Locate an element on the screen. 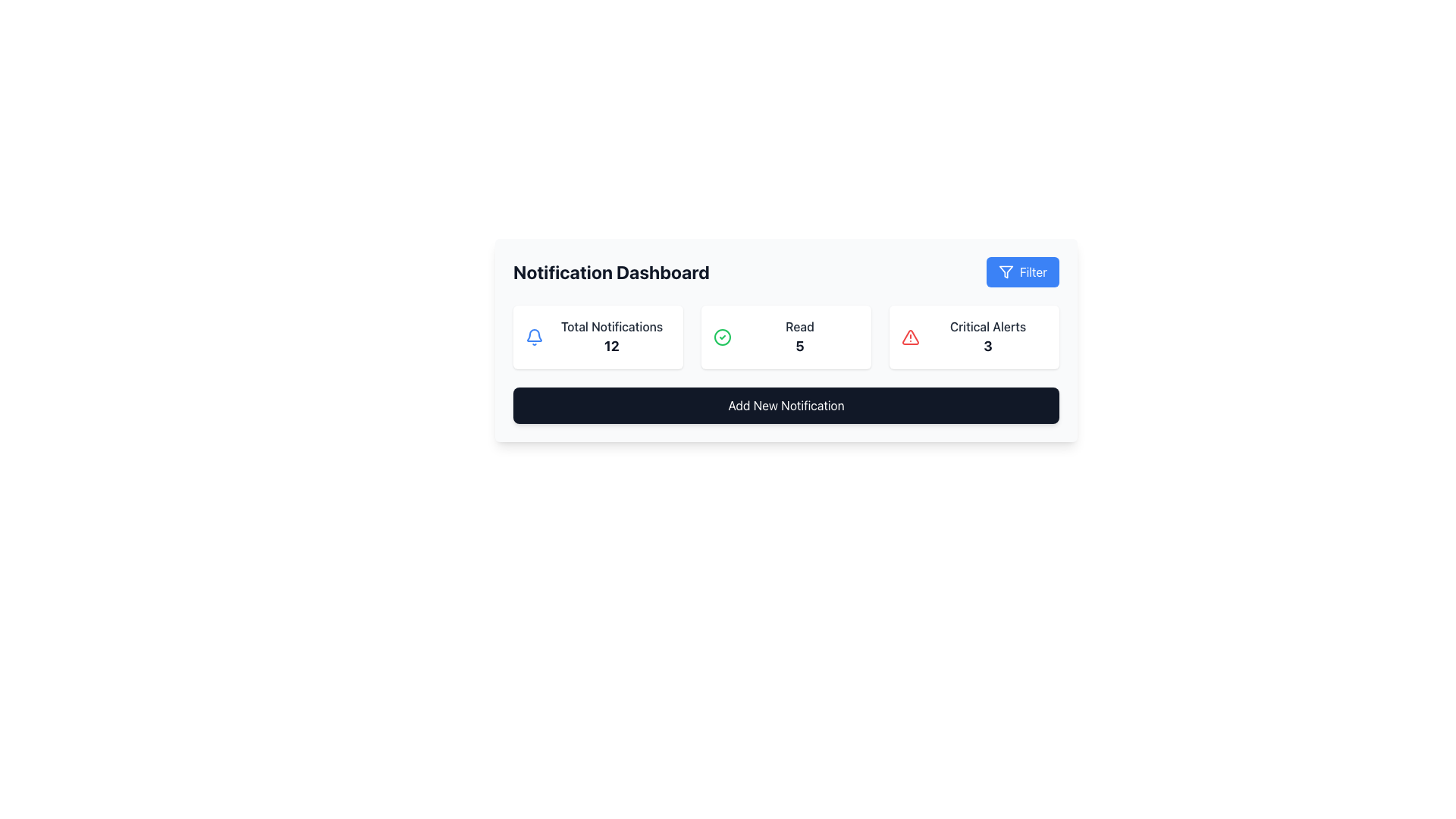 The image size is (1456, 819). numeric value '3' in bold font located in the 'Critical Alerts' section of the notification dashboard is located at coordinates (987, 346).